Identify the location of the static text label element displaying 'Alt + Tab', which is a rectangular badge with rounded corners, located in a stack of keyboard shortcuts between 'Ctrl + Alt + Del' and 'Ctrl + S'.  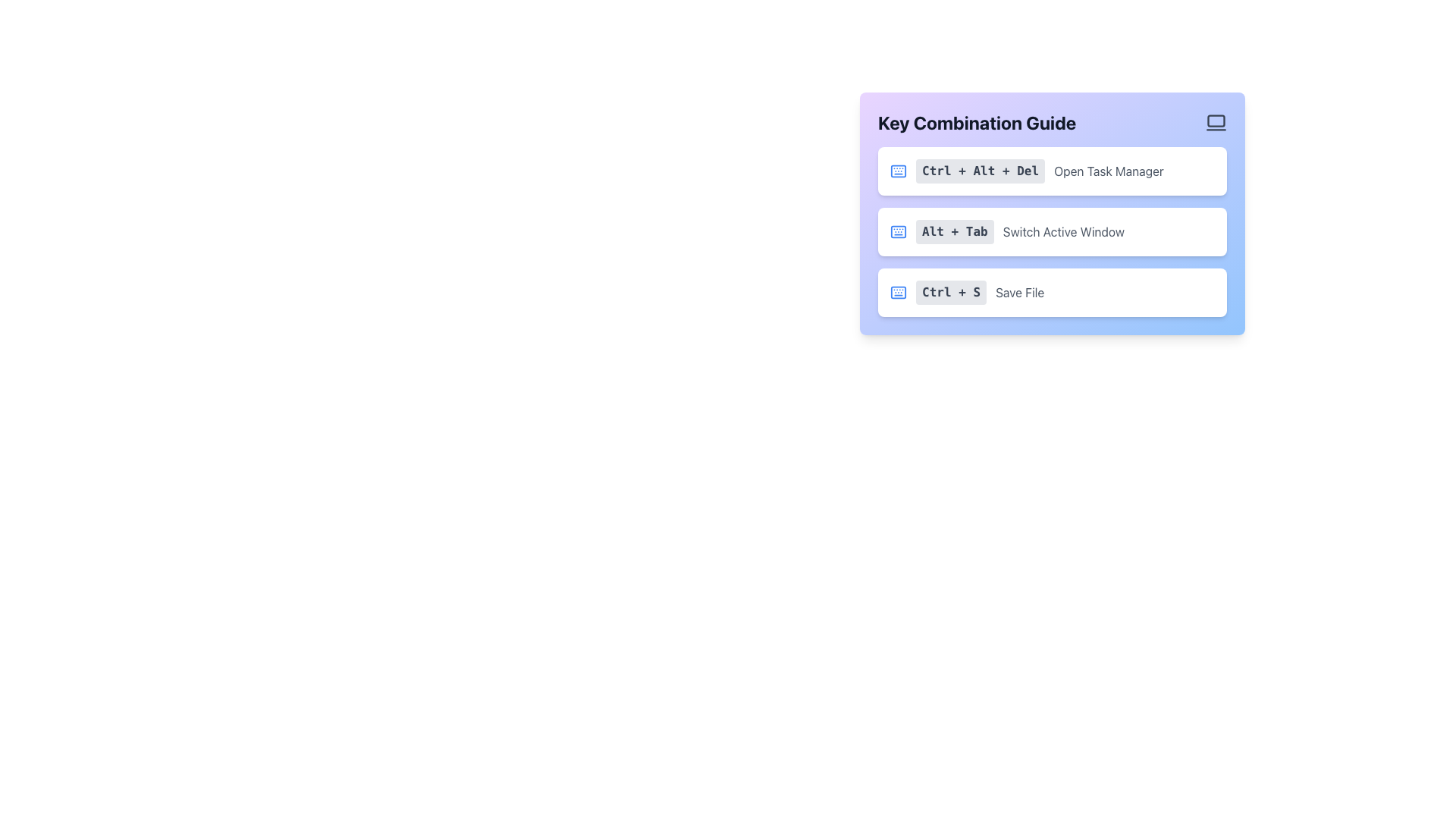
(954, 231).